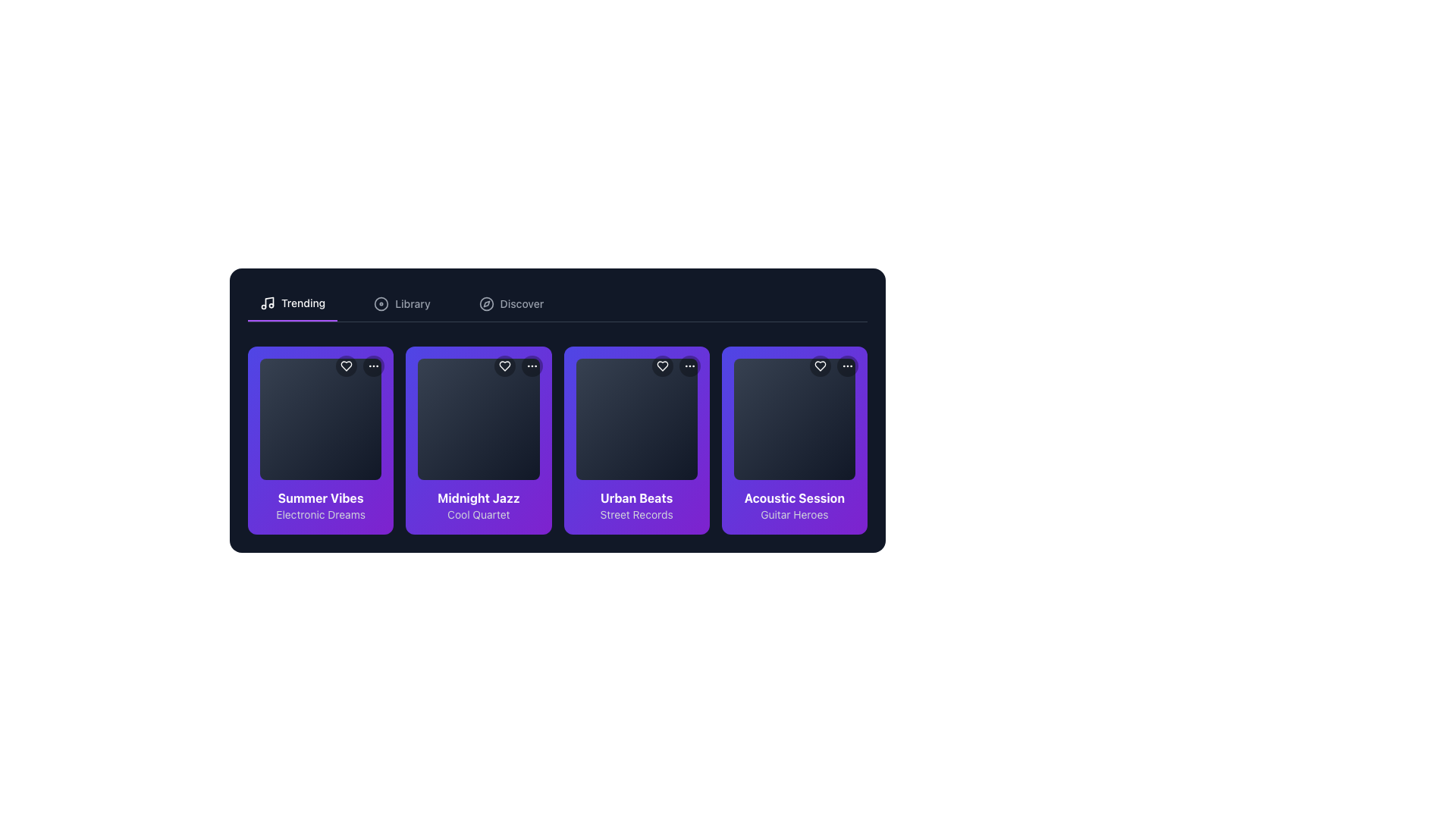  I want to click on the text display element that serves as a label for the title and subtitle of a music album or playlist, located at the bottom of the third card from the left in a row of four cards, so click(636, 506).